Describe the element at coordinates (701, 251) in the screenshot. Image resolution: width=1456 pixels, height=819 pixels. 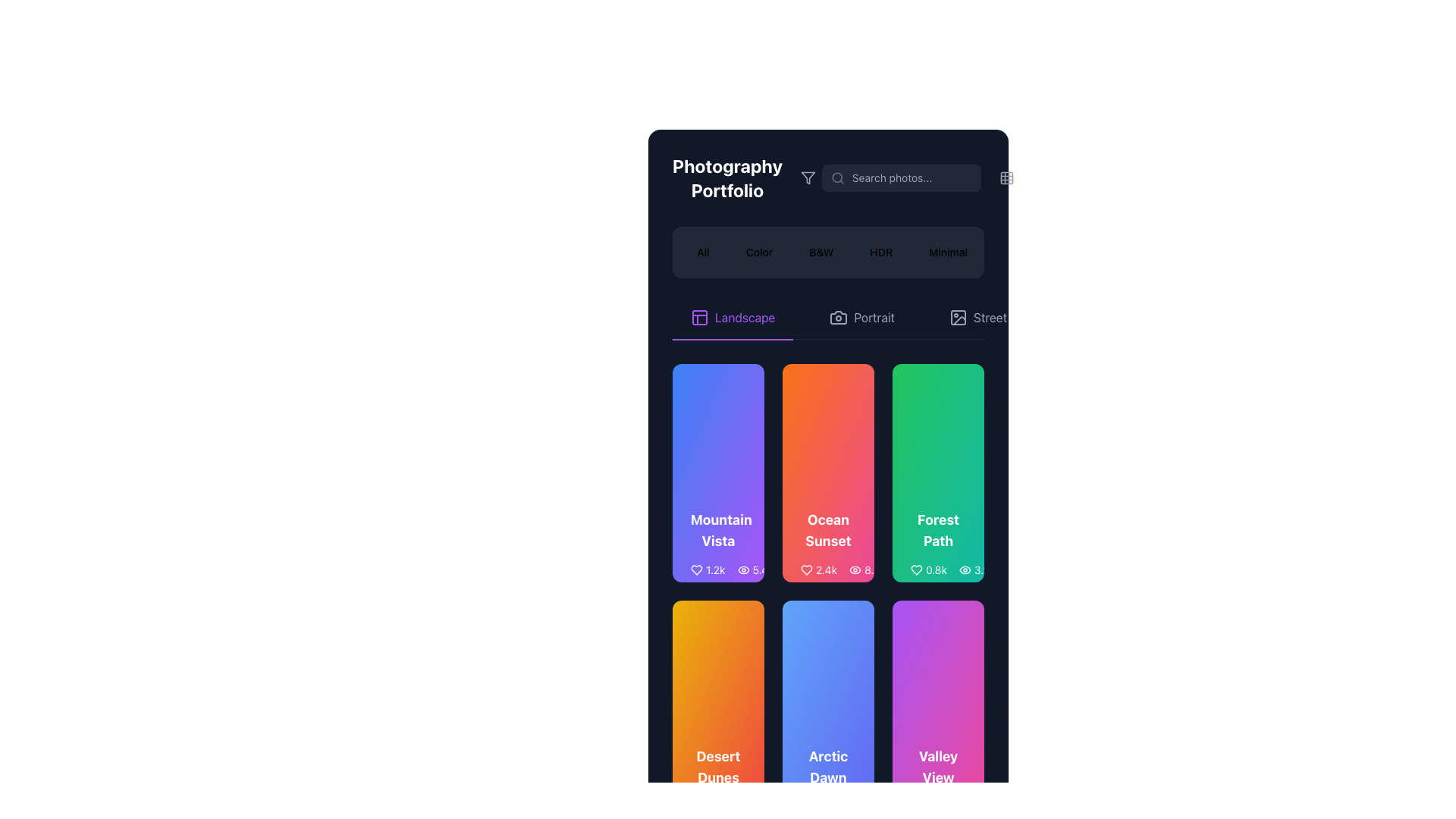
I see `the leftmost button in the horizontal list of filter buttons, labeled 'All'` at that location.